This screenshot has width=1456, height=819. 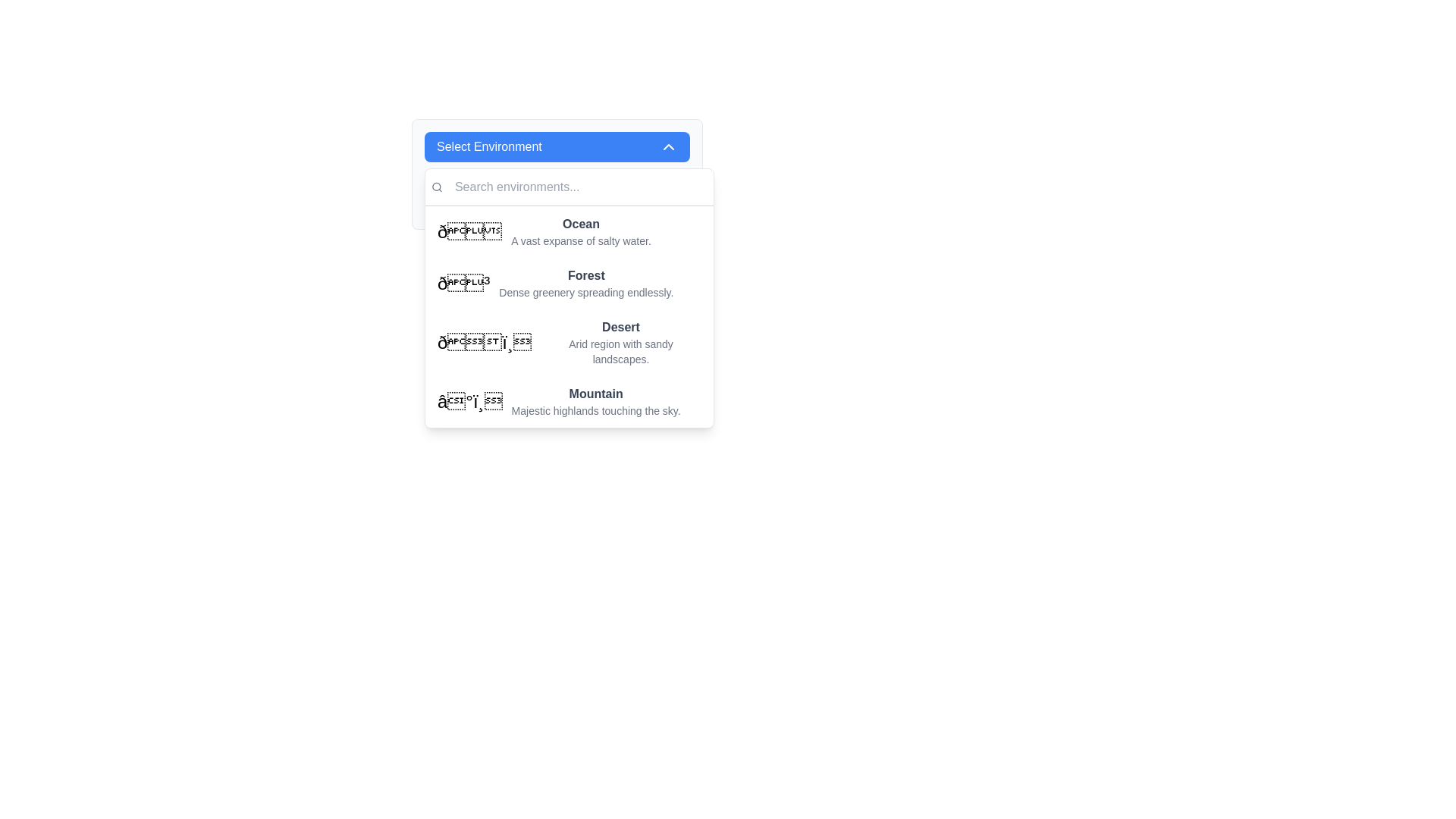 I want to click on the descriptive text label that provides additional information about the 'Desert' option in the dropdown menu, so click(x=621, y=351).